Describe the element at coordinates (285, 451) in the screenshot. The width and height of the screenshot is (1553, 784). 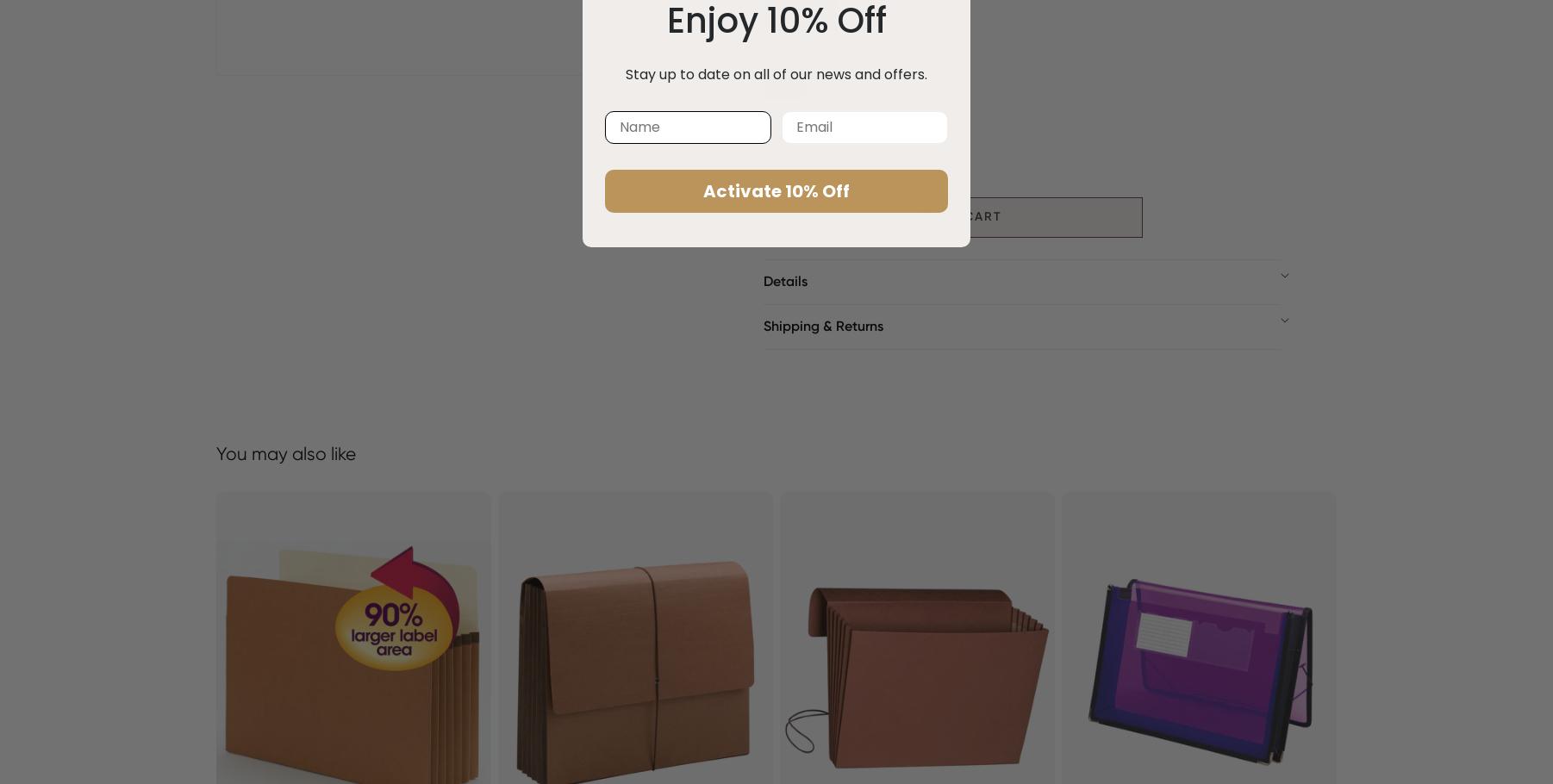
I see `'You may also like'` at that location.